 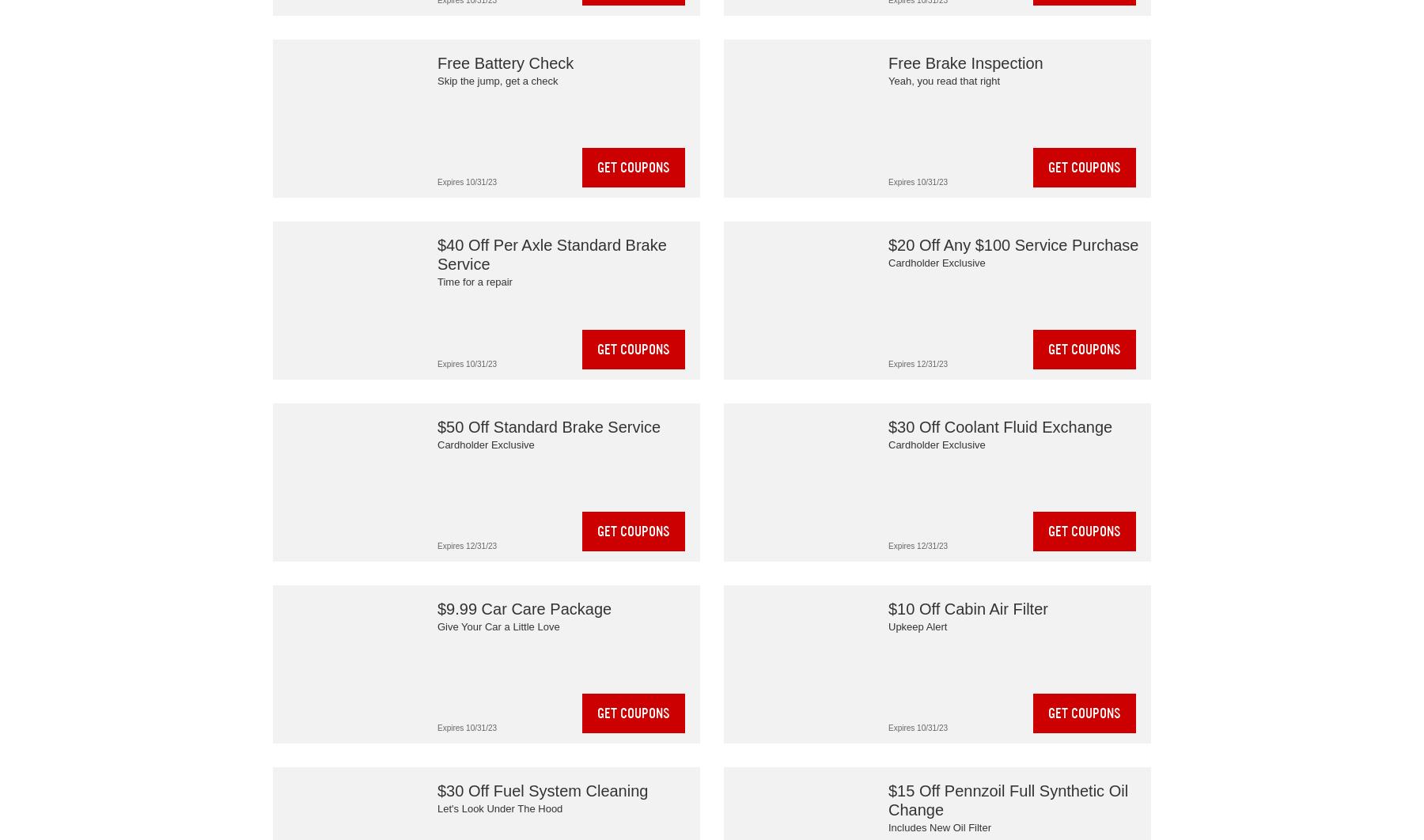 I want to click on '$30 Off  Coolant Fluid Exchange', so click(x=1000, y=427).